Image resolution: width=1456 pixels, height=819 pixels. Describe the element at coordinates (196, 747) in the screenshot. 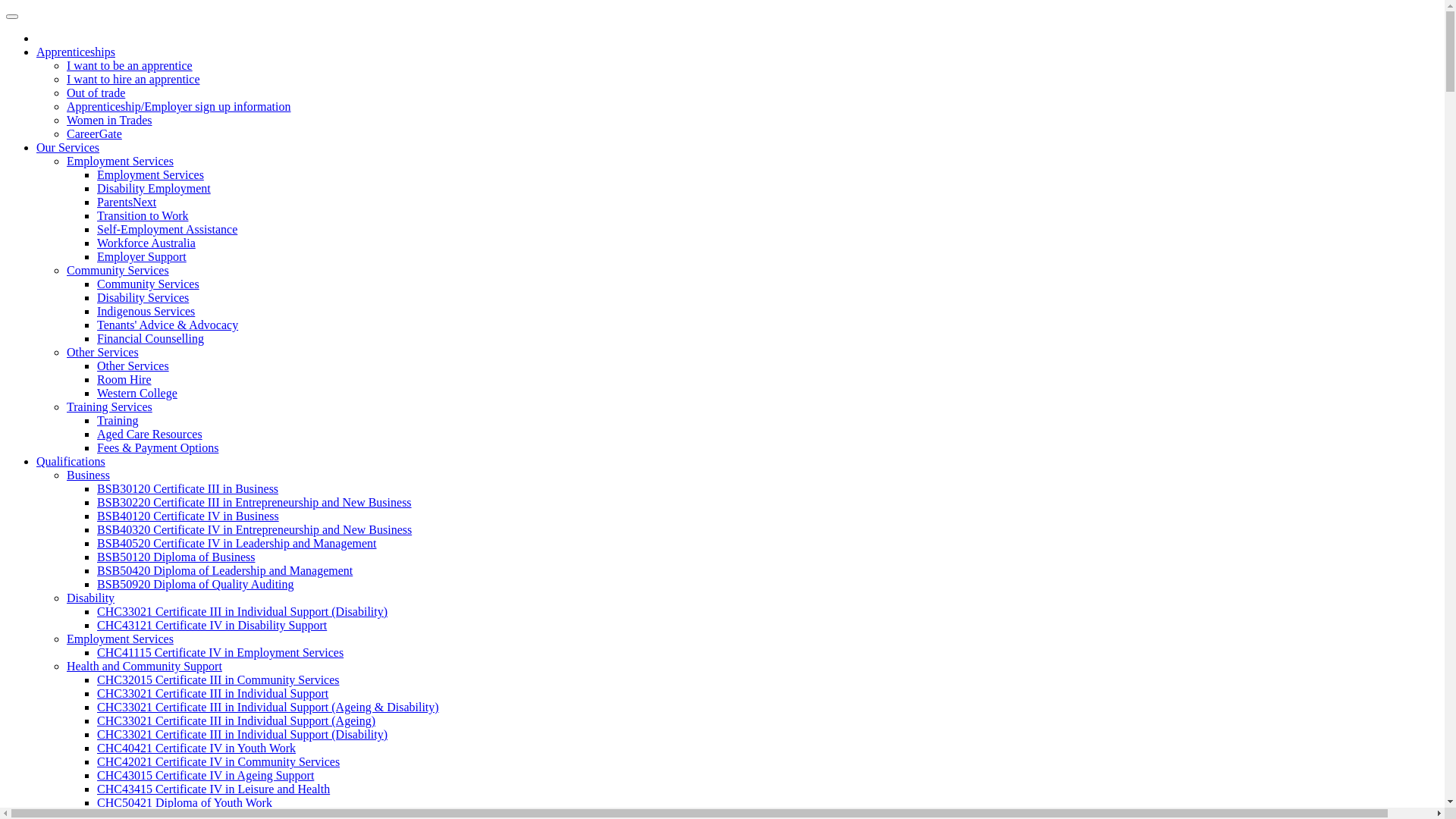

I see `'CHC40421 Certificate IV in Youth Work'` at that location.